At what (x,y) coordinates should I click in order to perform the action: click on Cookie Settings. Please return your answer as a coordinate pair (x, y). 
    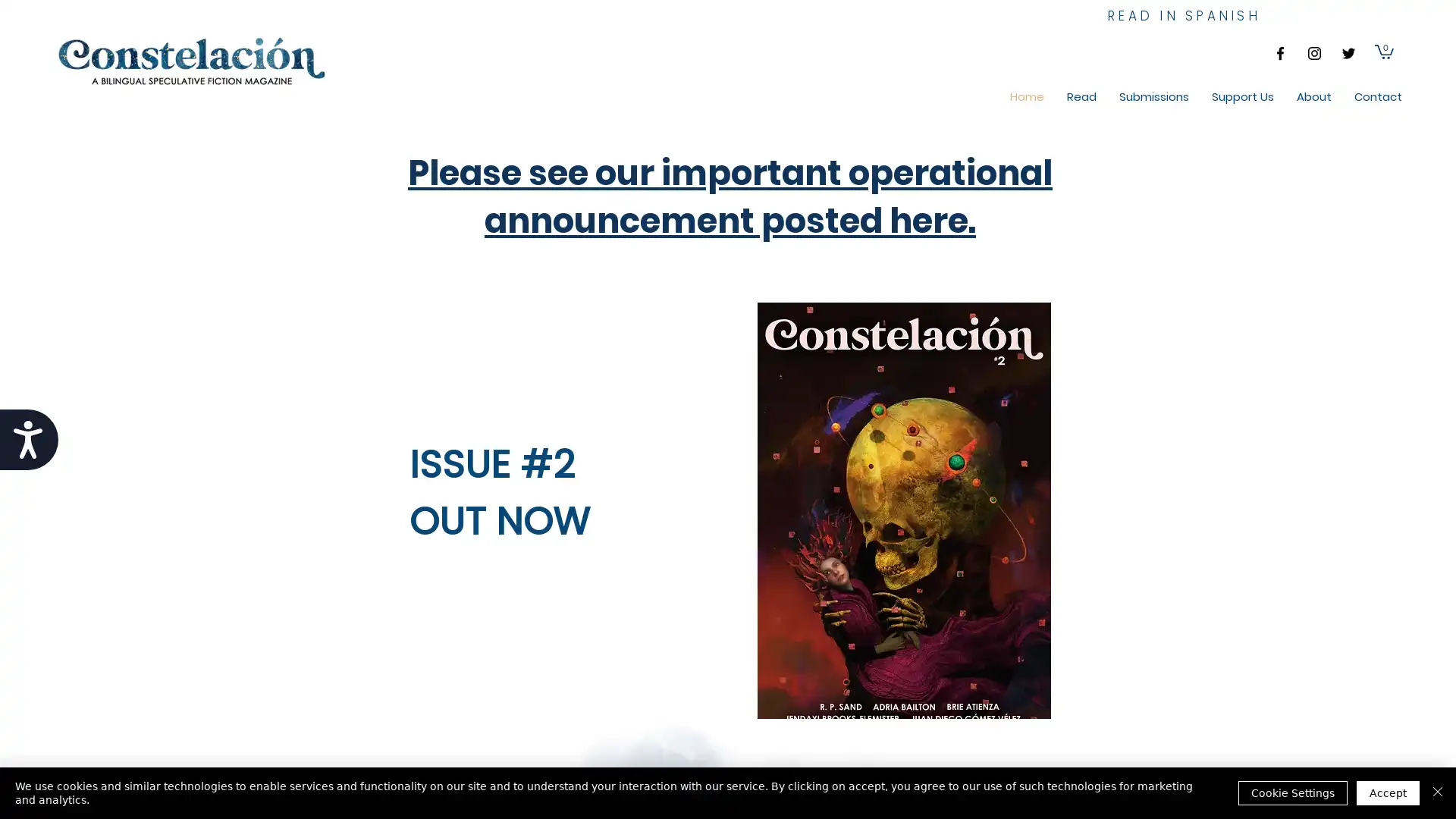
    Looking at the image, I should click on (1291, 792).